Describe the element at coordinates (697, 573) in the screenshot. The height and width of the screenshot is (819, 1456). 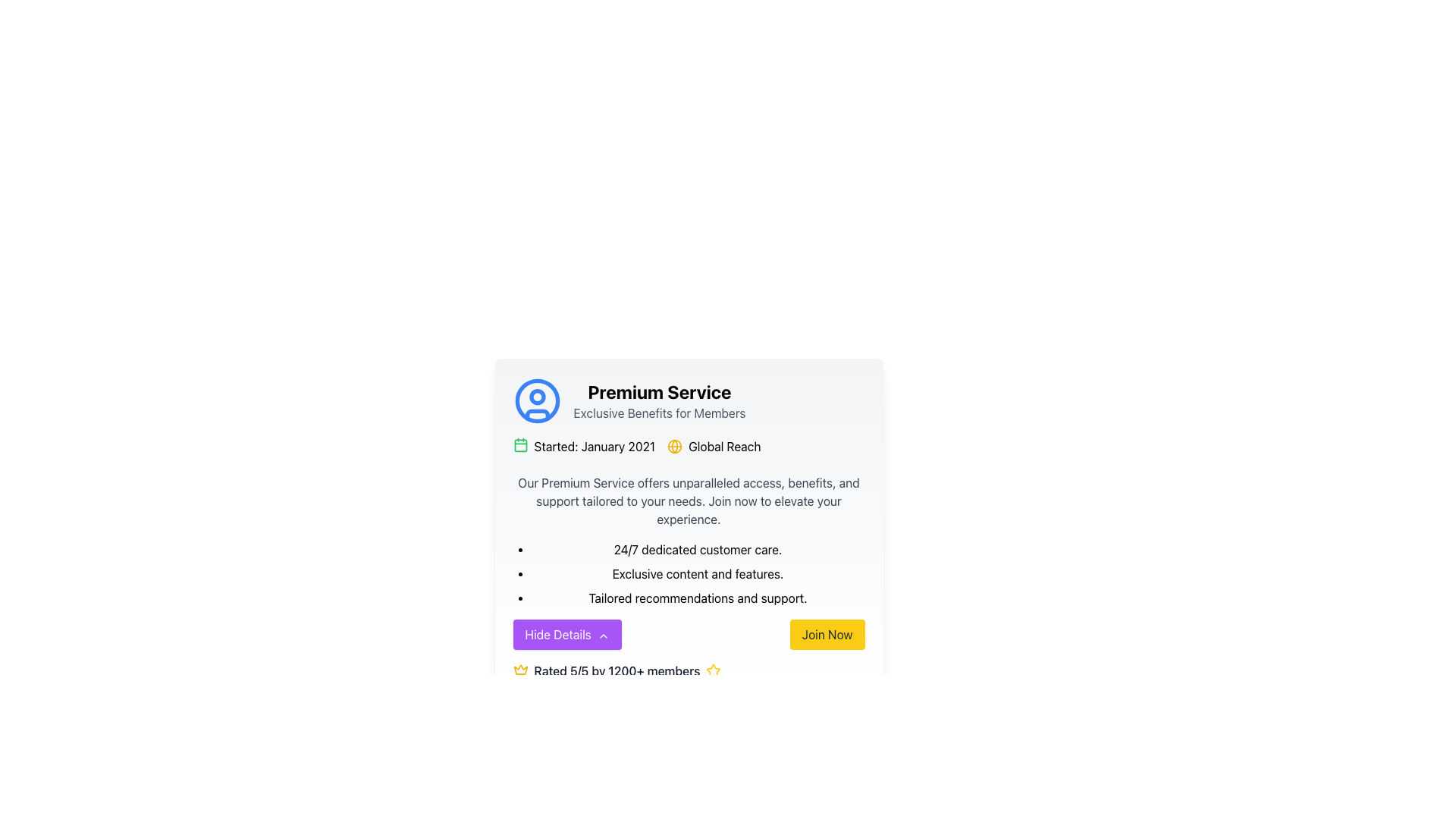
I see `the list that provides information about the benefits of the Premium Service, located in the lower half of the section, just above the 'Hide Details' and 'Join Now' buttons` at that location.